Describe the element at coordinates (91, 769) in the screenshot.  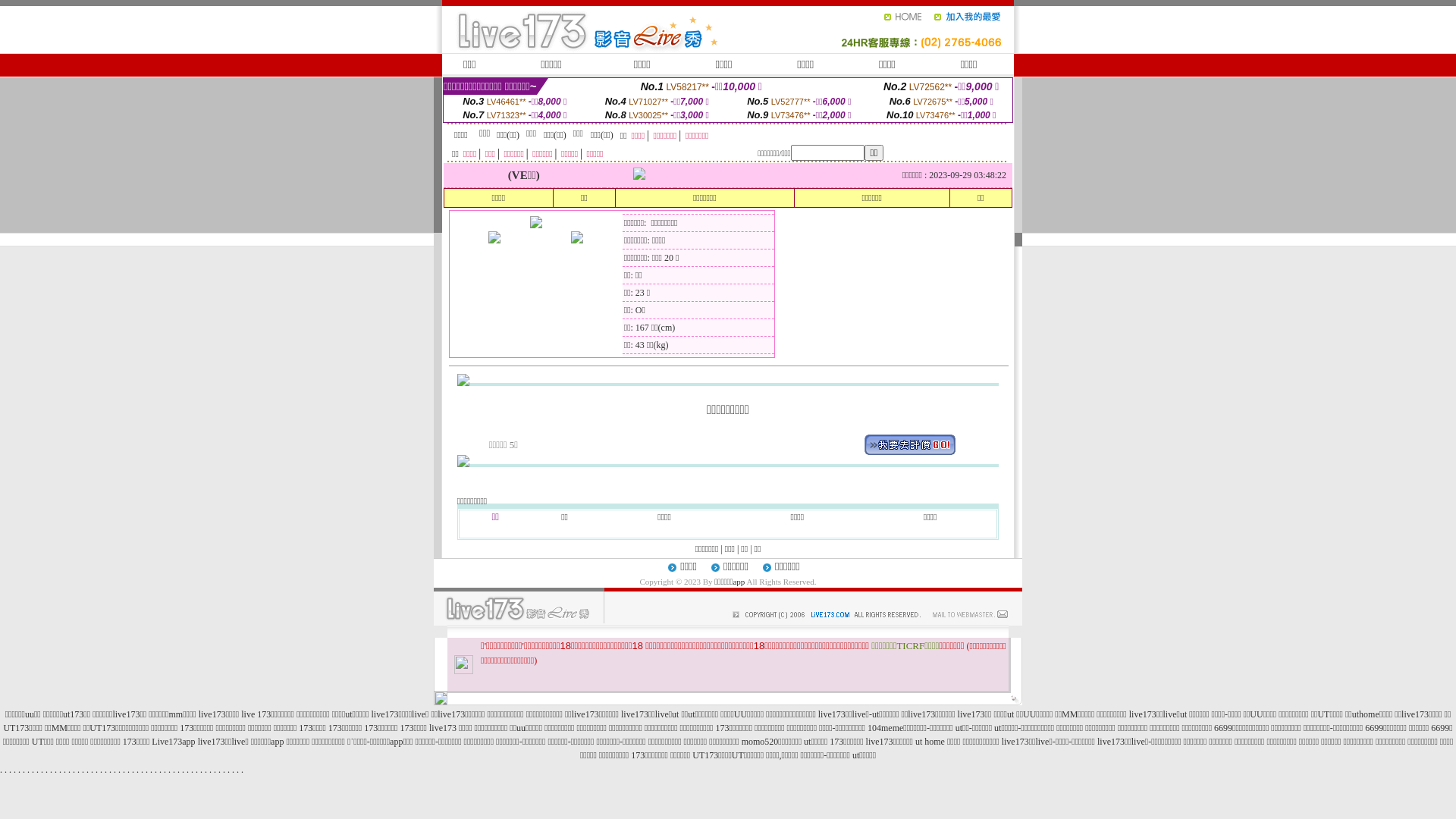
I see `'.'` at that location.